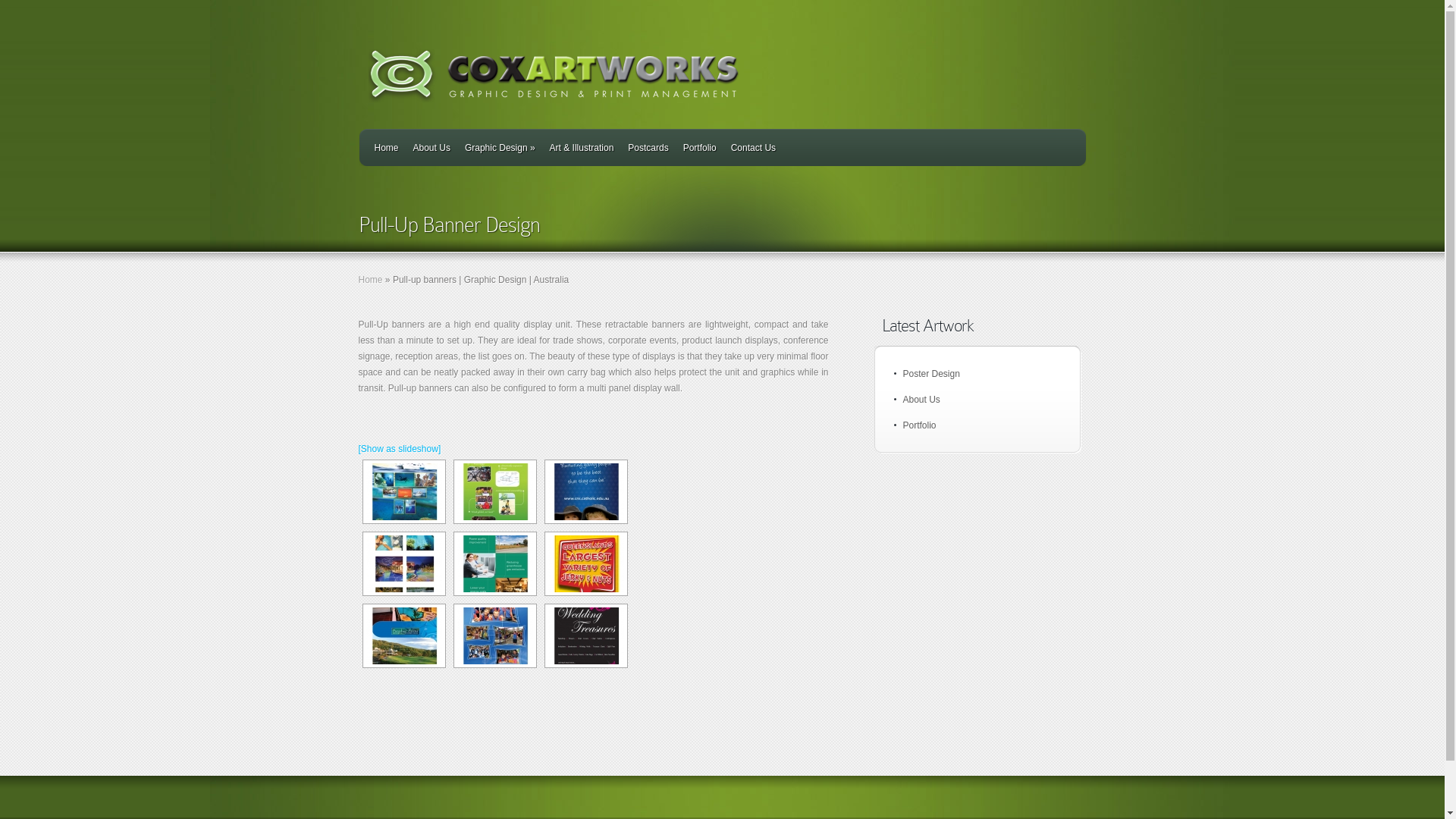 This screenshot has height=819, width=1456. Describe the element at coordinates (494, 635) in the screenshot. I see `'STThomasBannerstand'` at that location.